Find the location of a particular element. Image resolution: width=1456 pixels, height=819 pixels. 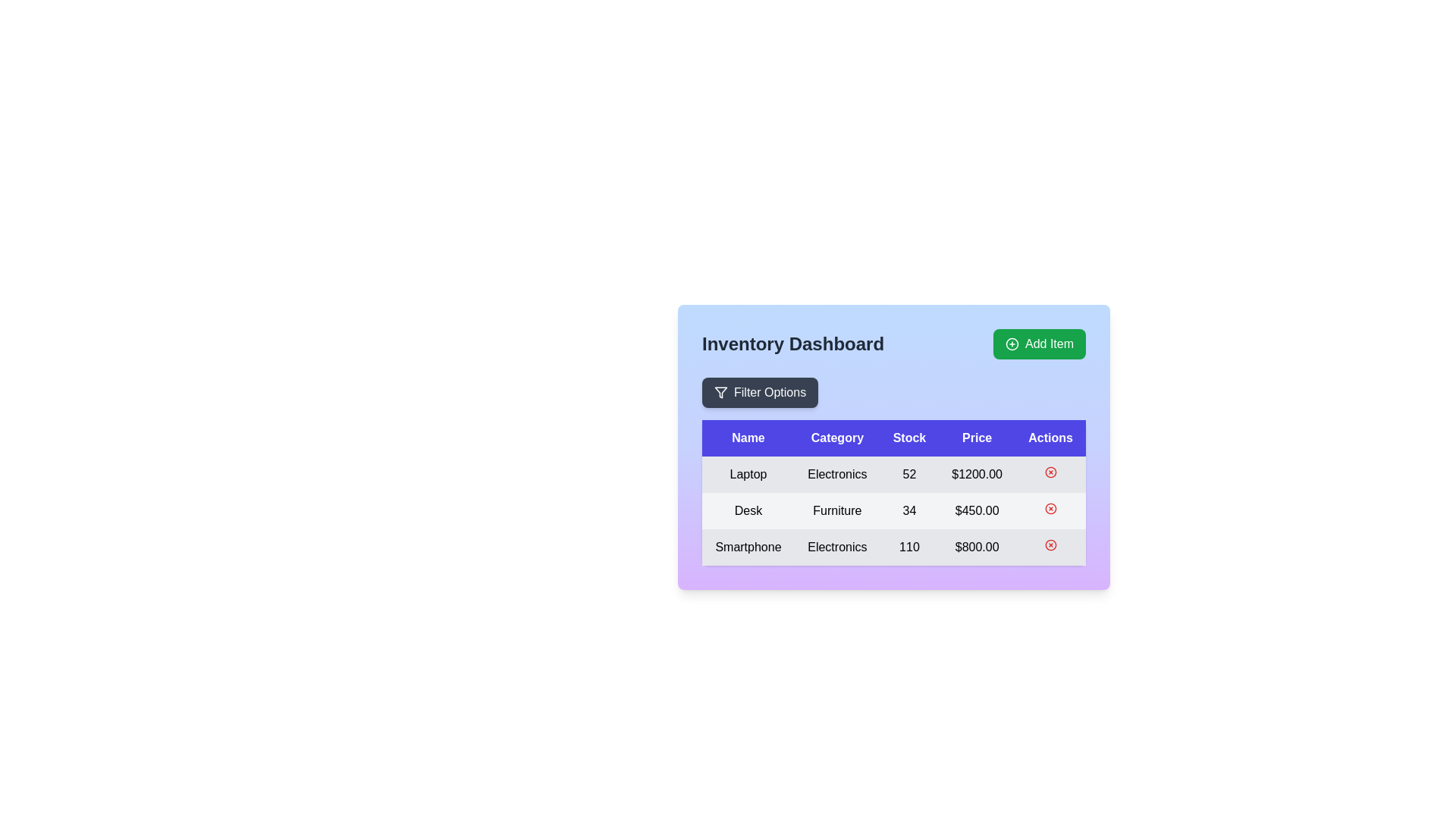

the text snippet displaying the number '34' in black font, which is part of the 'Stock' column for the 'Desk' item in the 'Furniture' category is located at coordinates (909, 511).